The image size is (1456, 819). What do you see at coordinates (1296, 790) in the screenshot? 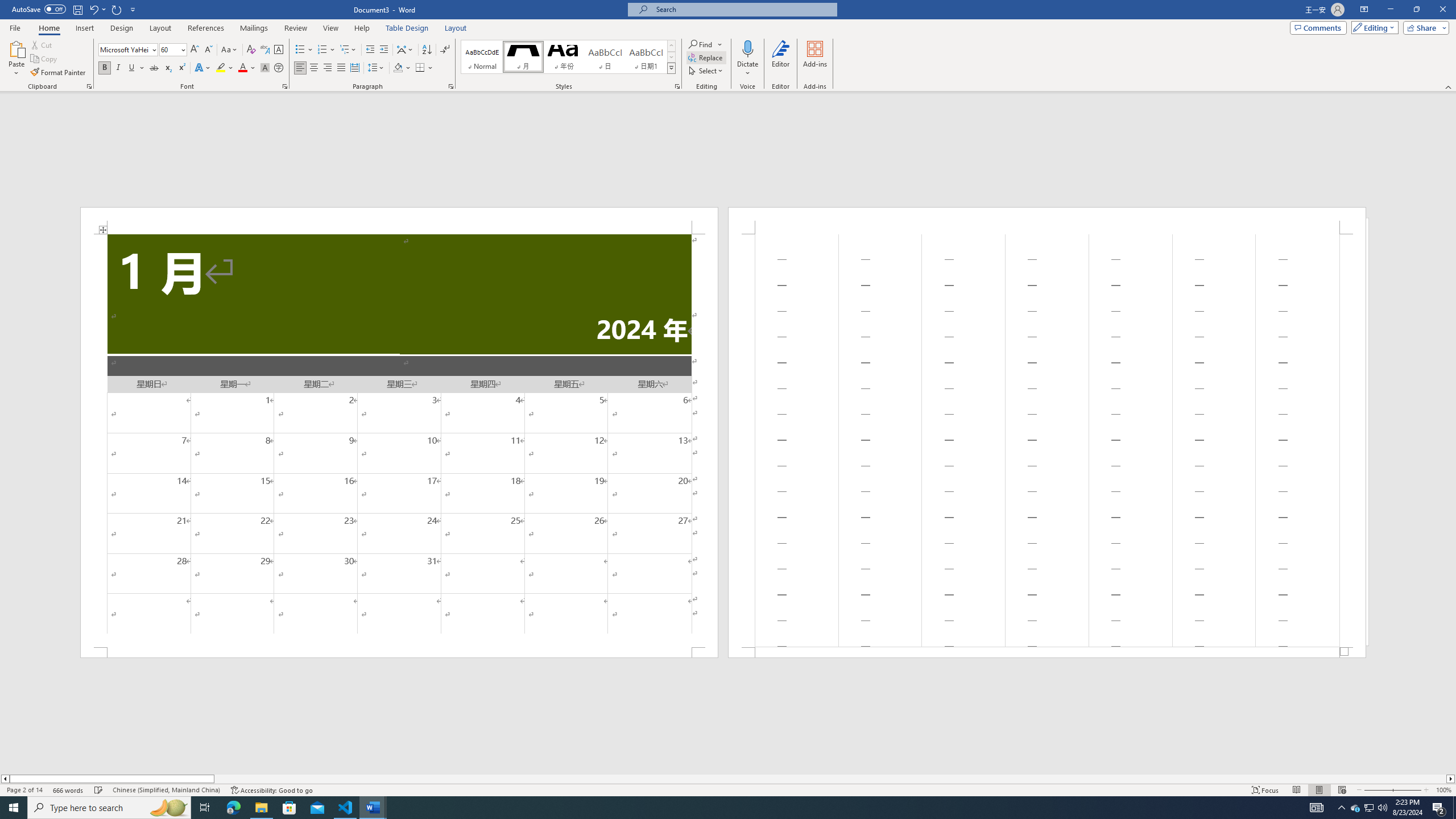
I see `'Read Mode'` at bounding box center [1296, 790].